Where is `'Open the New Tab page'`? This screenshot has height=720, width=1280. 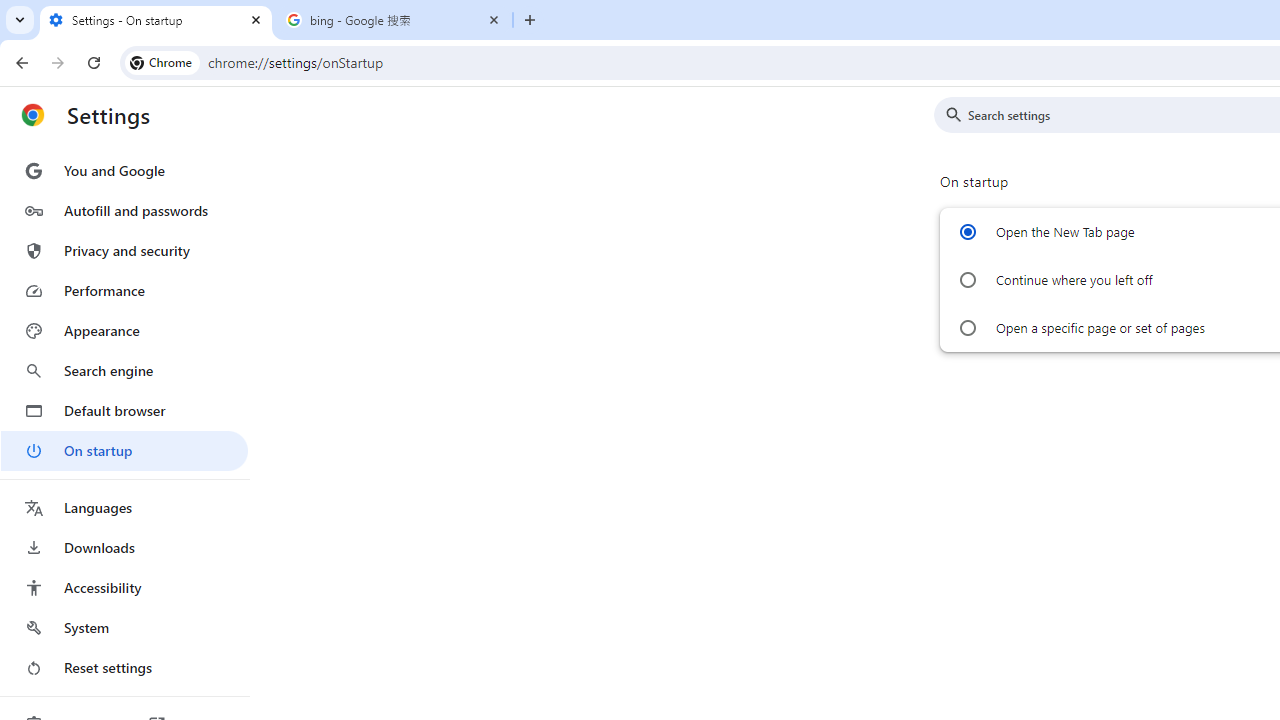 'Open the New Tab page' is located at coordinates (967, 231).